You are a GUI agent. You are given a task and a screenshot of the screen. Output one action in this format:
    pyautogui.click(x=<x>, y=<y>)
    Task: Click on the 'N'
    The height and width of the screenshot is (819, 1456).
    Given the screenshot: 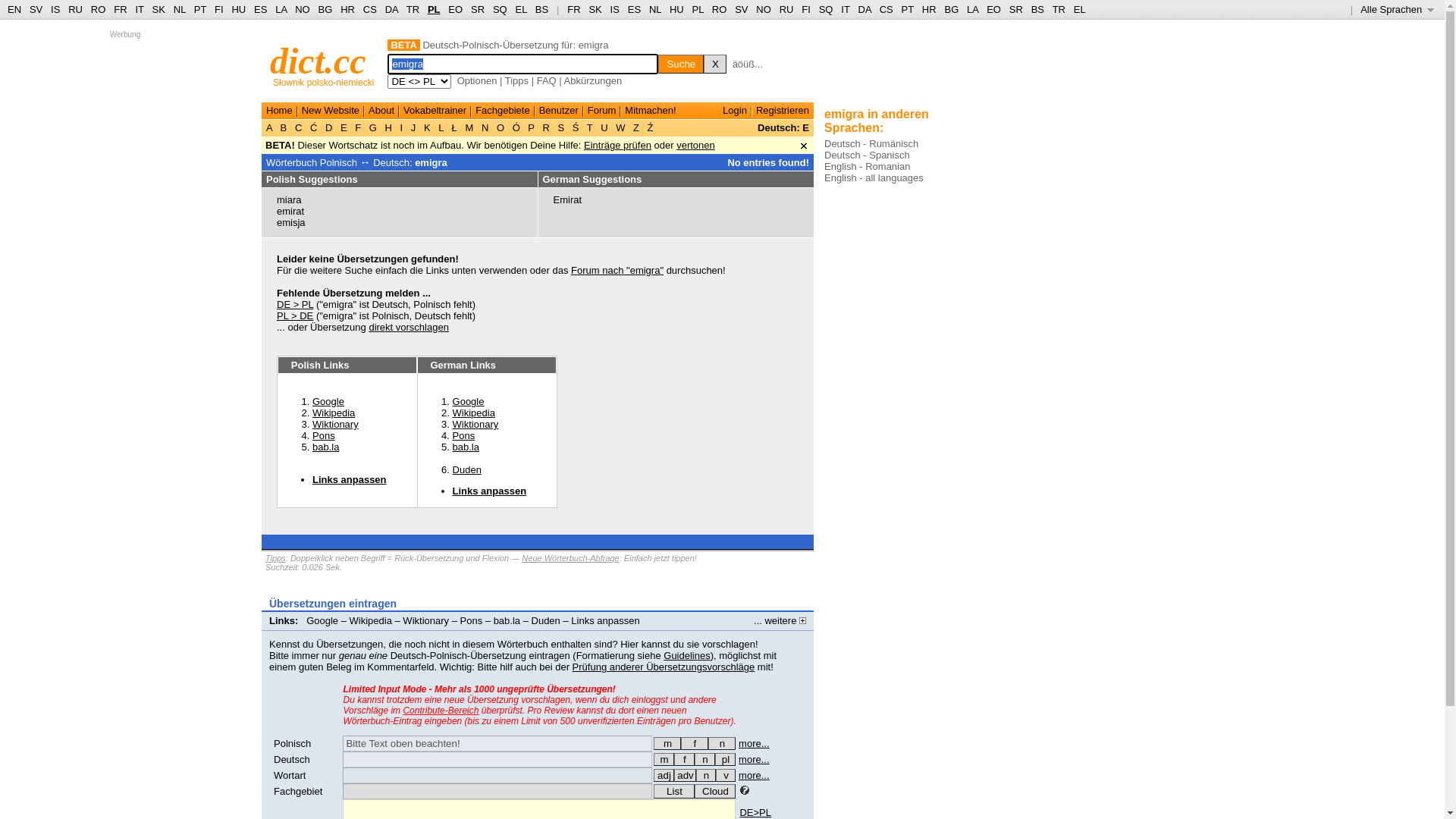 What is the action you would take?
    pyautogui.click(x=484, y=127)
    